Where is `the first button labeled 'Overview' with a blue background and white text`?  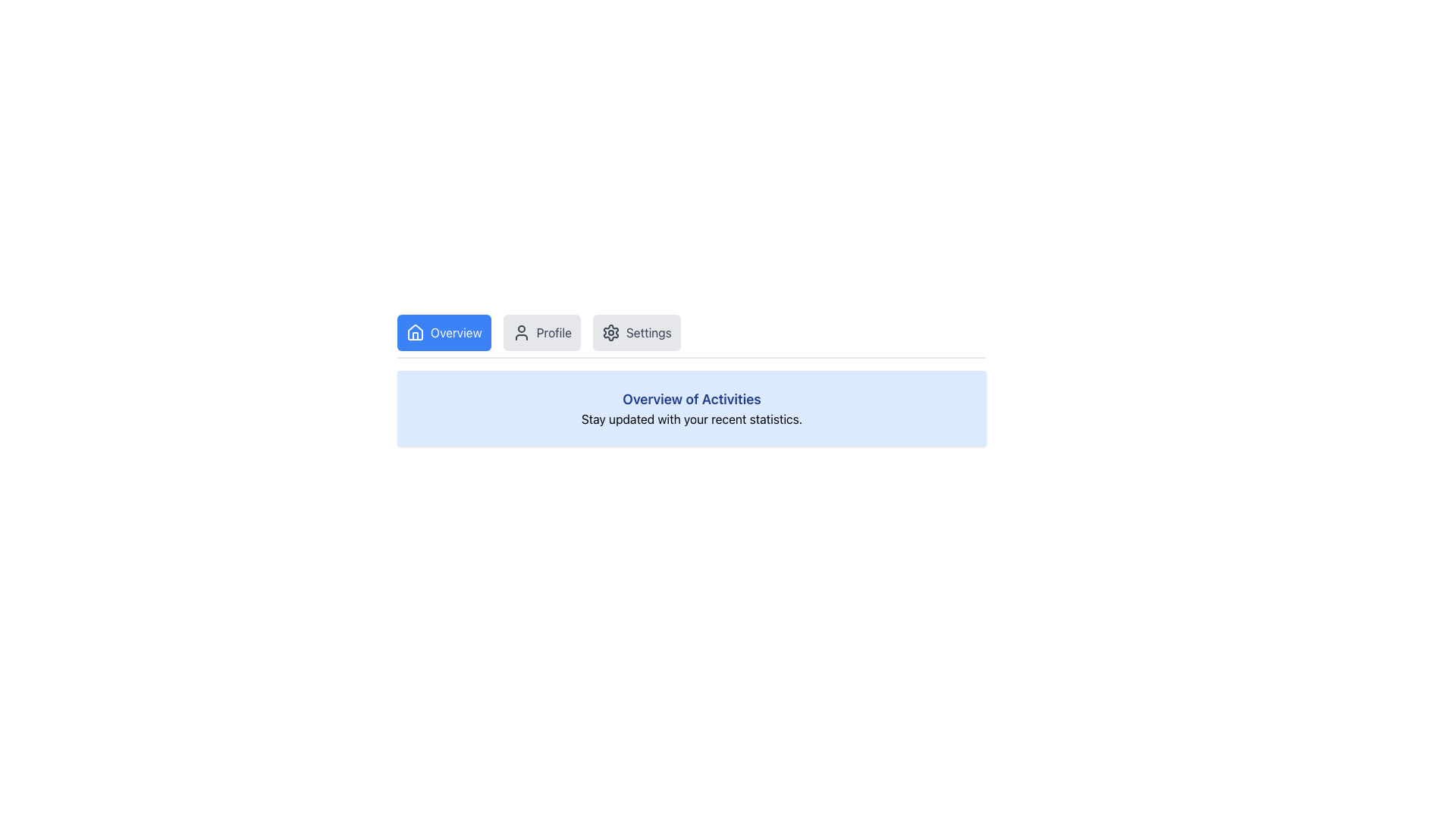 the first button labeled 'Overview' with a blue background and white text is located at coordinates (443, 332).